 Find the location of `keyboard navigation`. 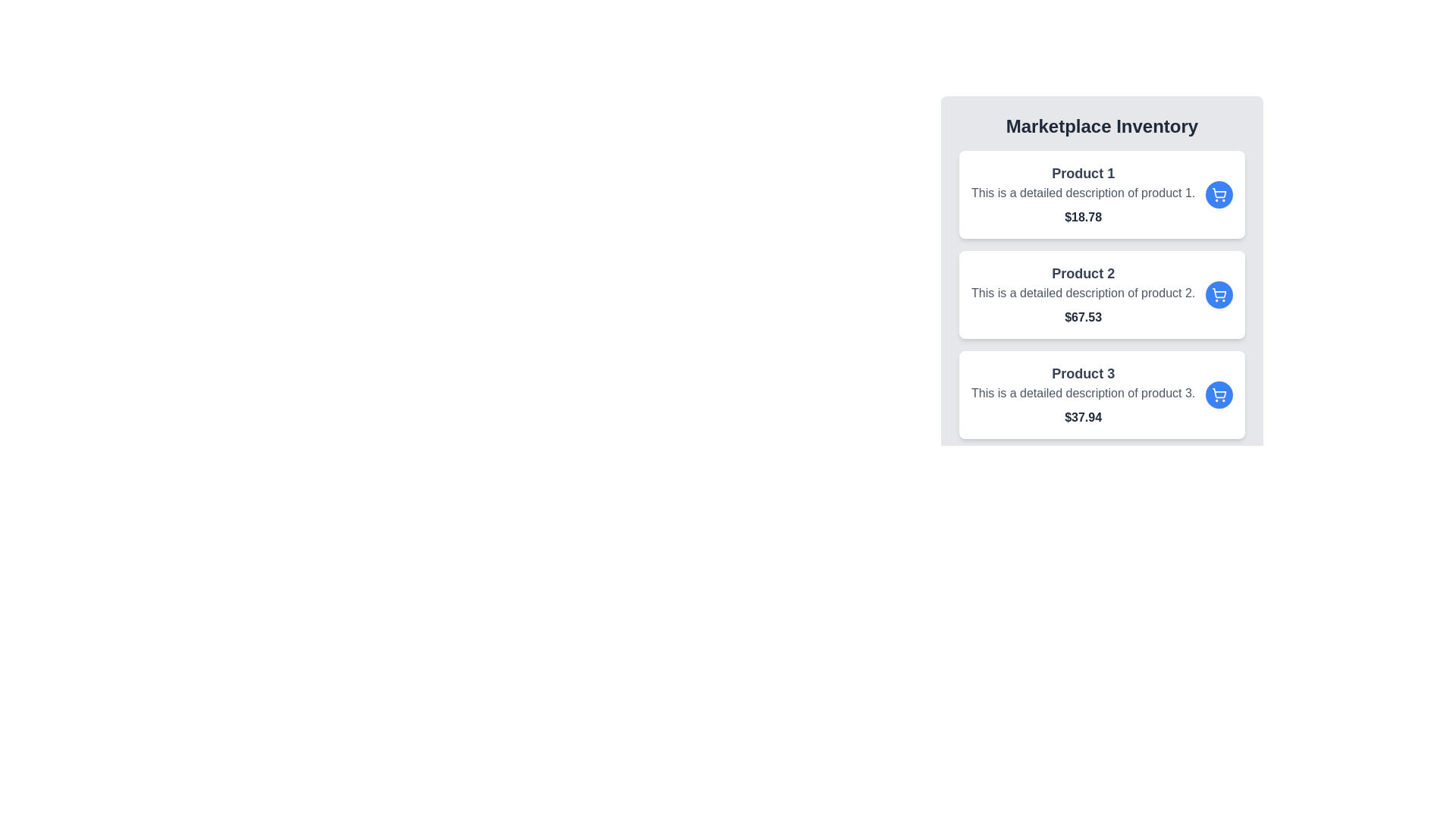

keyboard navigation is located at coordinates (1219, 295).